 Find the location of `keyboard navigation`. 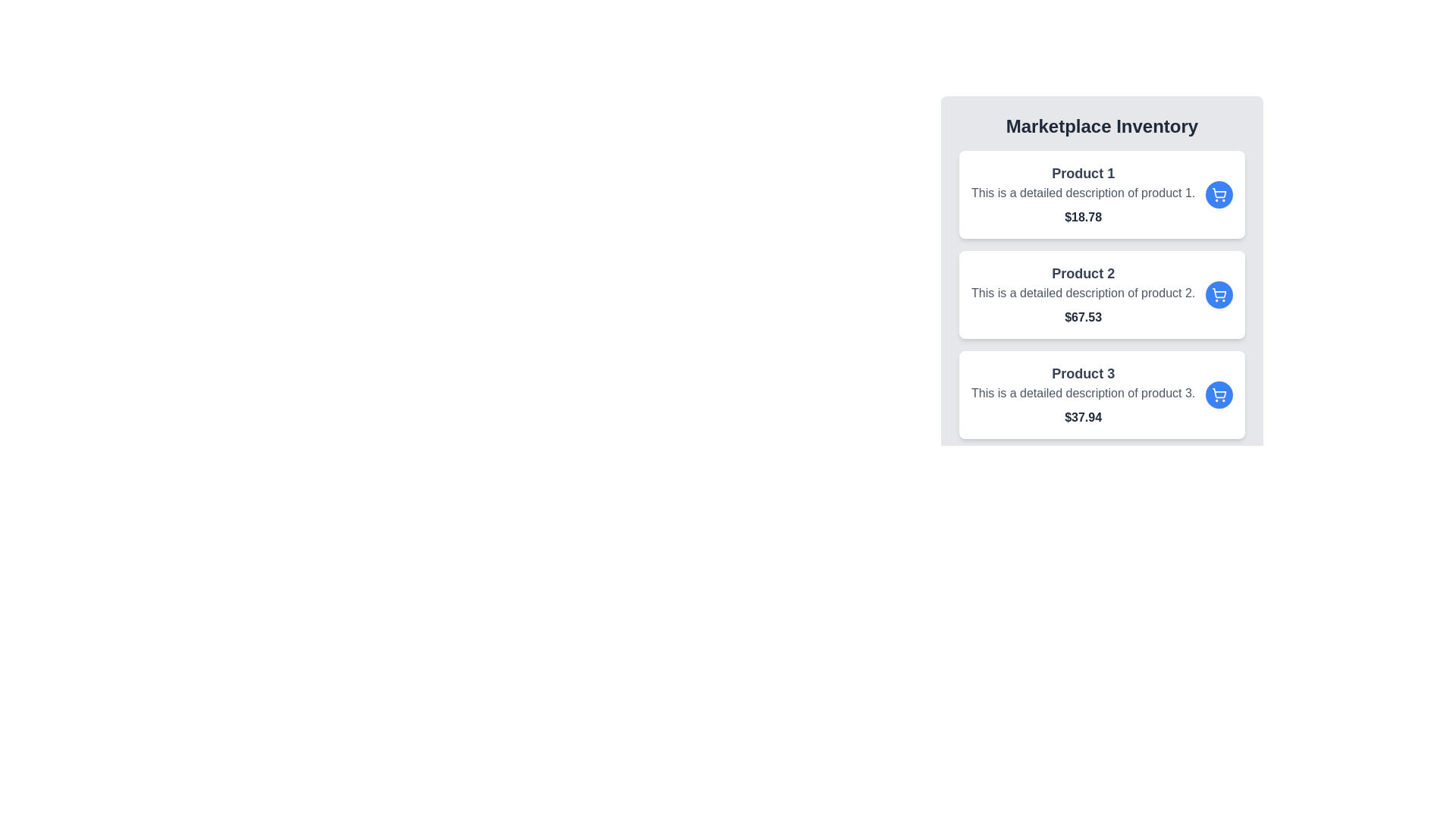

keyboard navigation is located at coordinates (1219, 295).